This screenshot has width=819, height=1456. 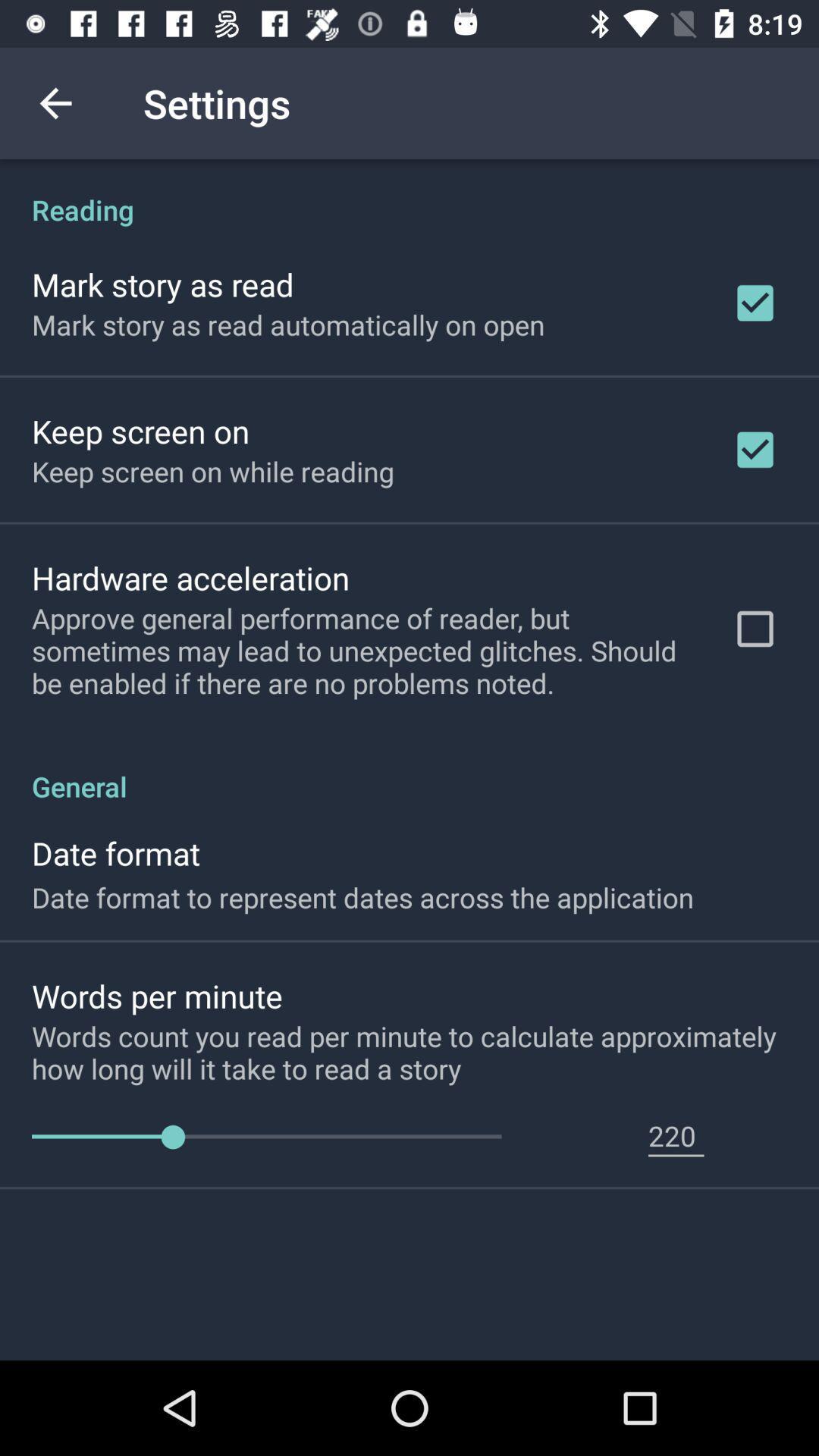 What do you see at coordinates (55, 102) in the screenshot?
I see `icon to the left of the settings icon` at bounding box center [55, 102].